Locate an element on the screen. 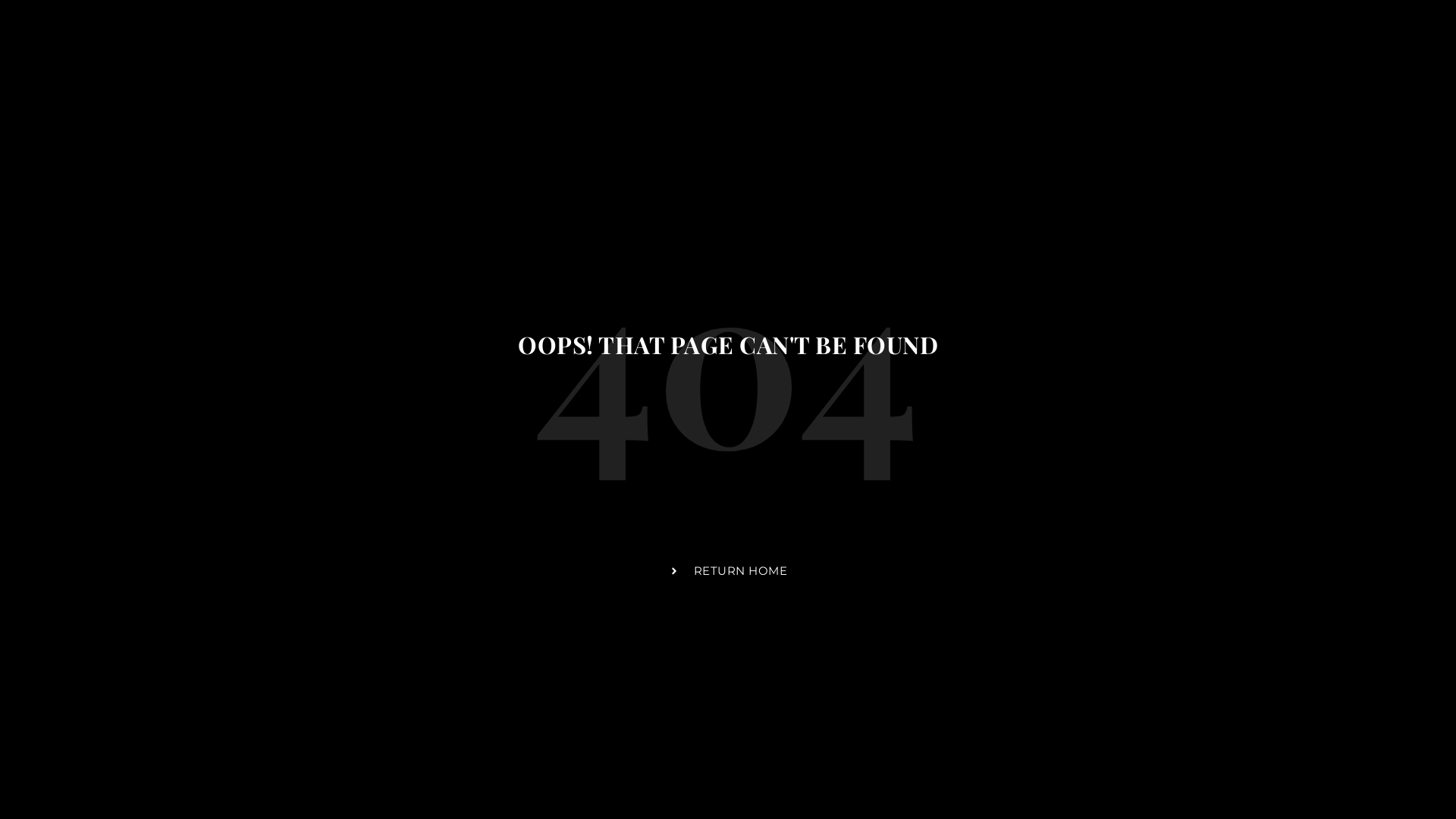  'RETURN HOME' is located at coordinates (728, 570).